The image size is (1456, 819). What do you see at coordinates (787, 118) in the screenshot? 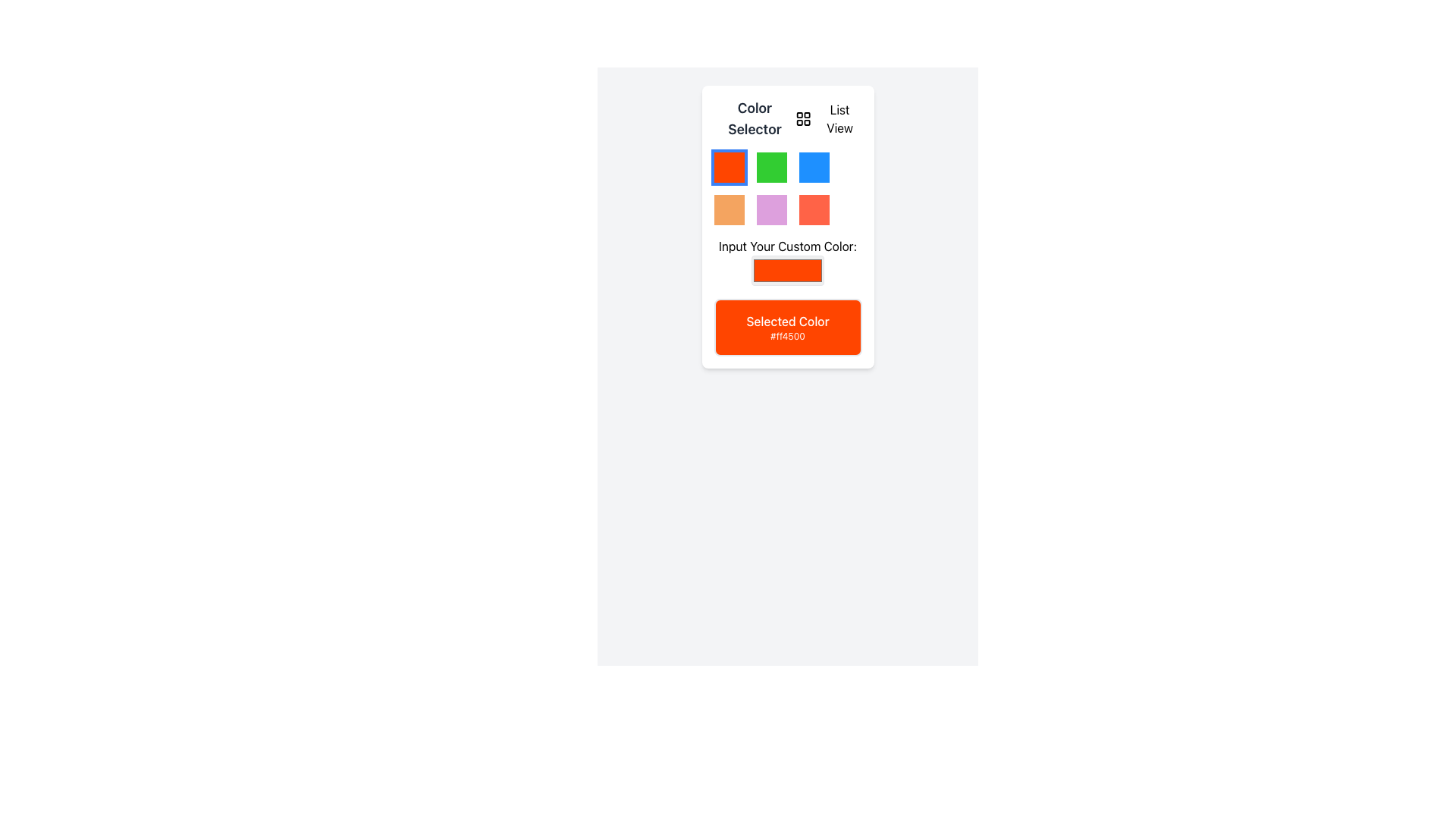
I see `the 'List View' button located next to the 'Color Selector' label` at bounding box center [787, 118].